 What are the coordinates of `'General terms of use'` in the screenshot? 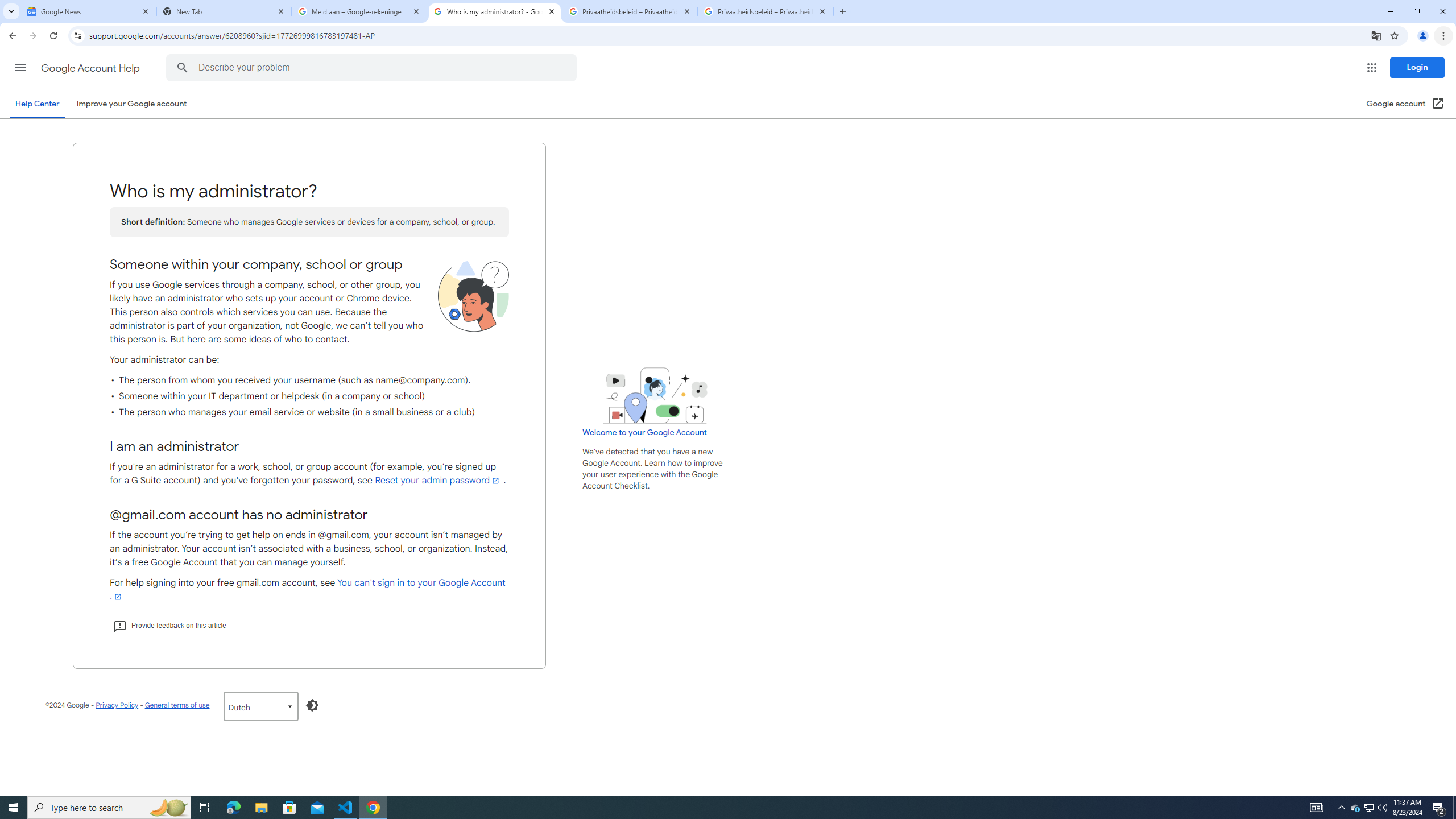 It's located at (176, 704).